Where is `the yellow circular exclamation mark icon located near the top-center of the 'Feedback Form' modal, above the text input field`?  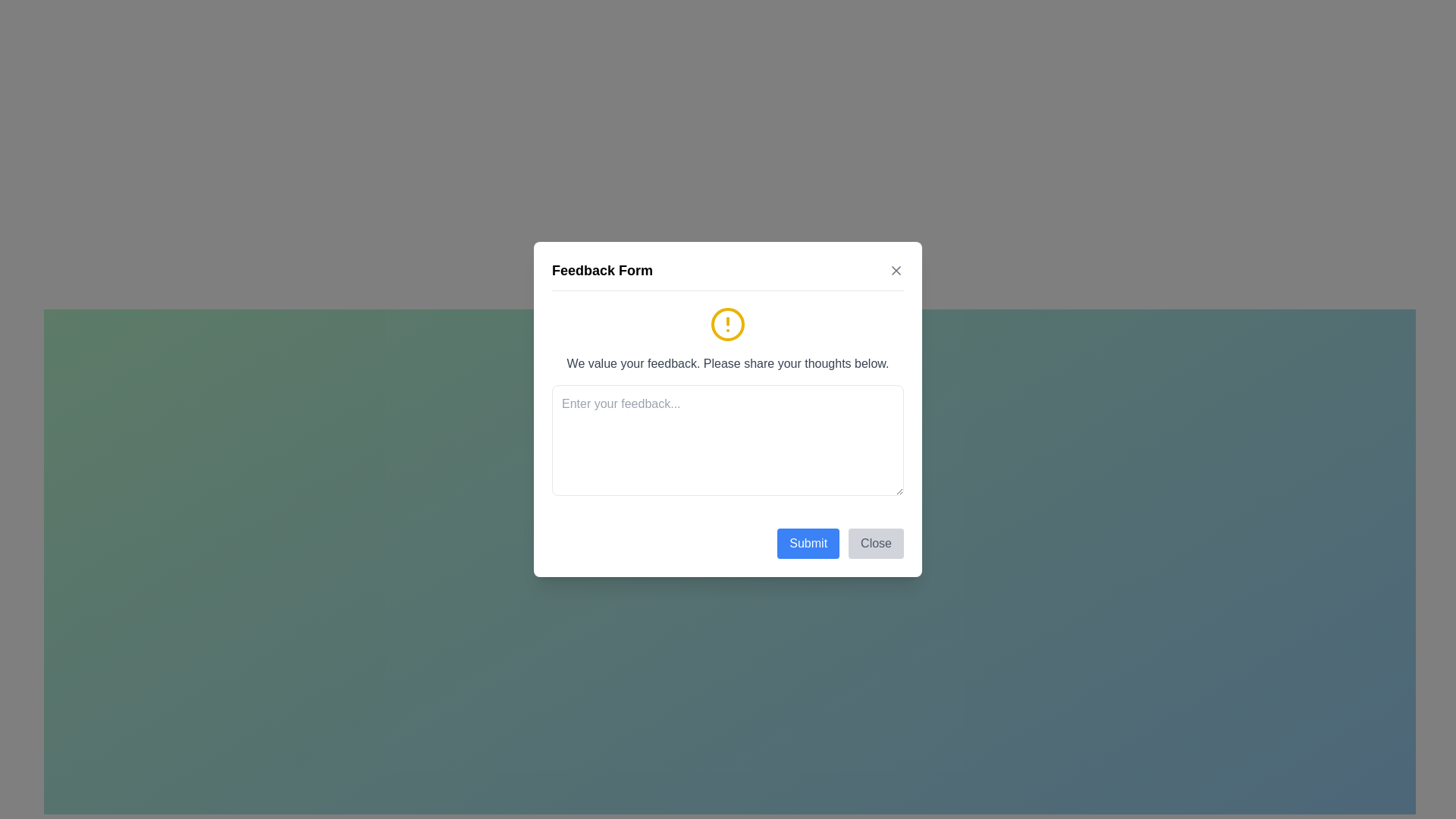
the yellow circular exclamation mark icon located near the top-center of the 'Feedback Form' modal, above the text input field is located at coordinates (728, 324).